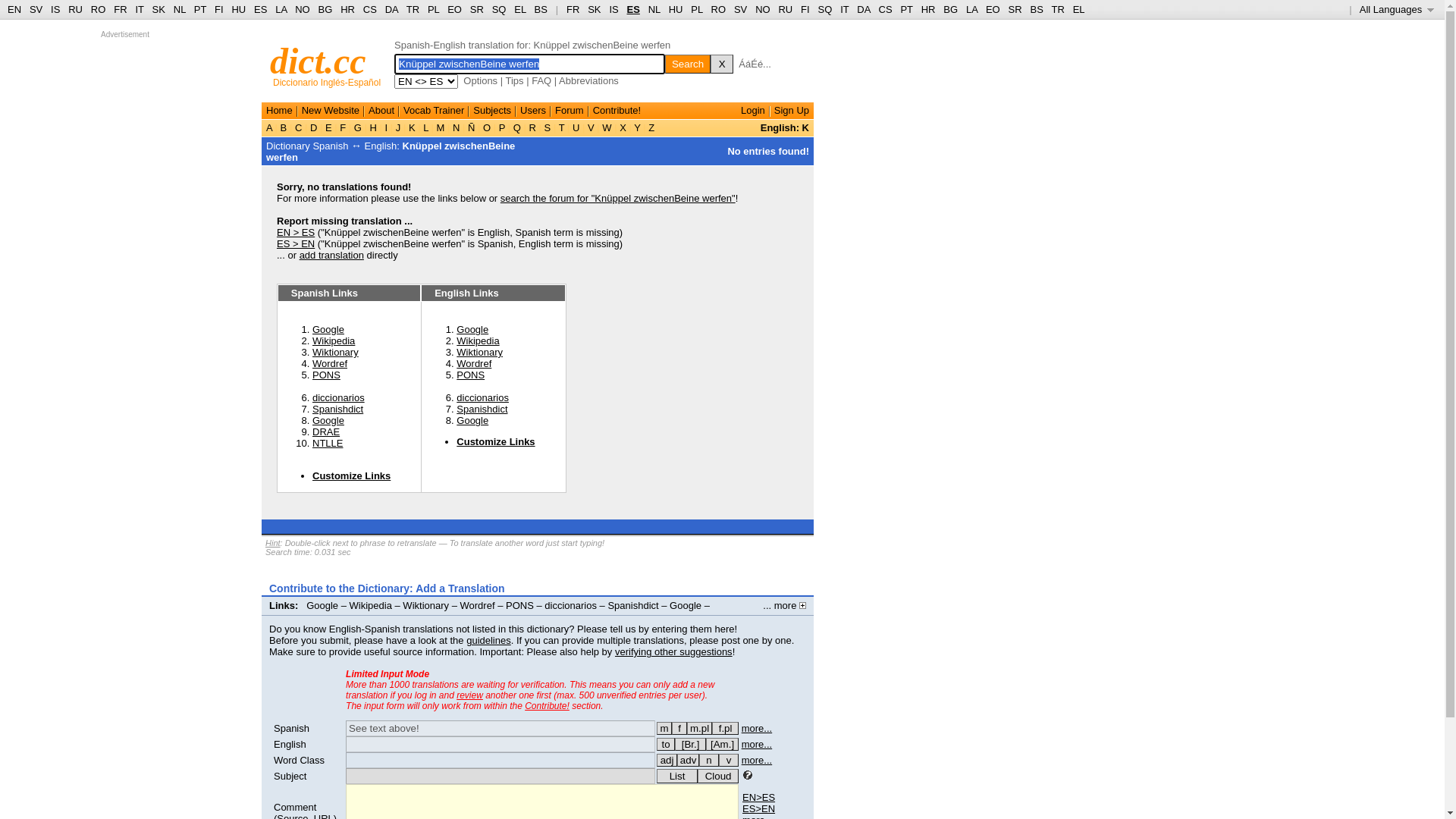 The height and width of the screenshot is (819, 1456). Describe the element at coordinates (472, 328) in the screenshot. I see `'Google'` at that location.